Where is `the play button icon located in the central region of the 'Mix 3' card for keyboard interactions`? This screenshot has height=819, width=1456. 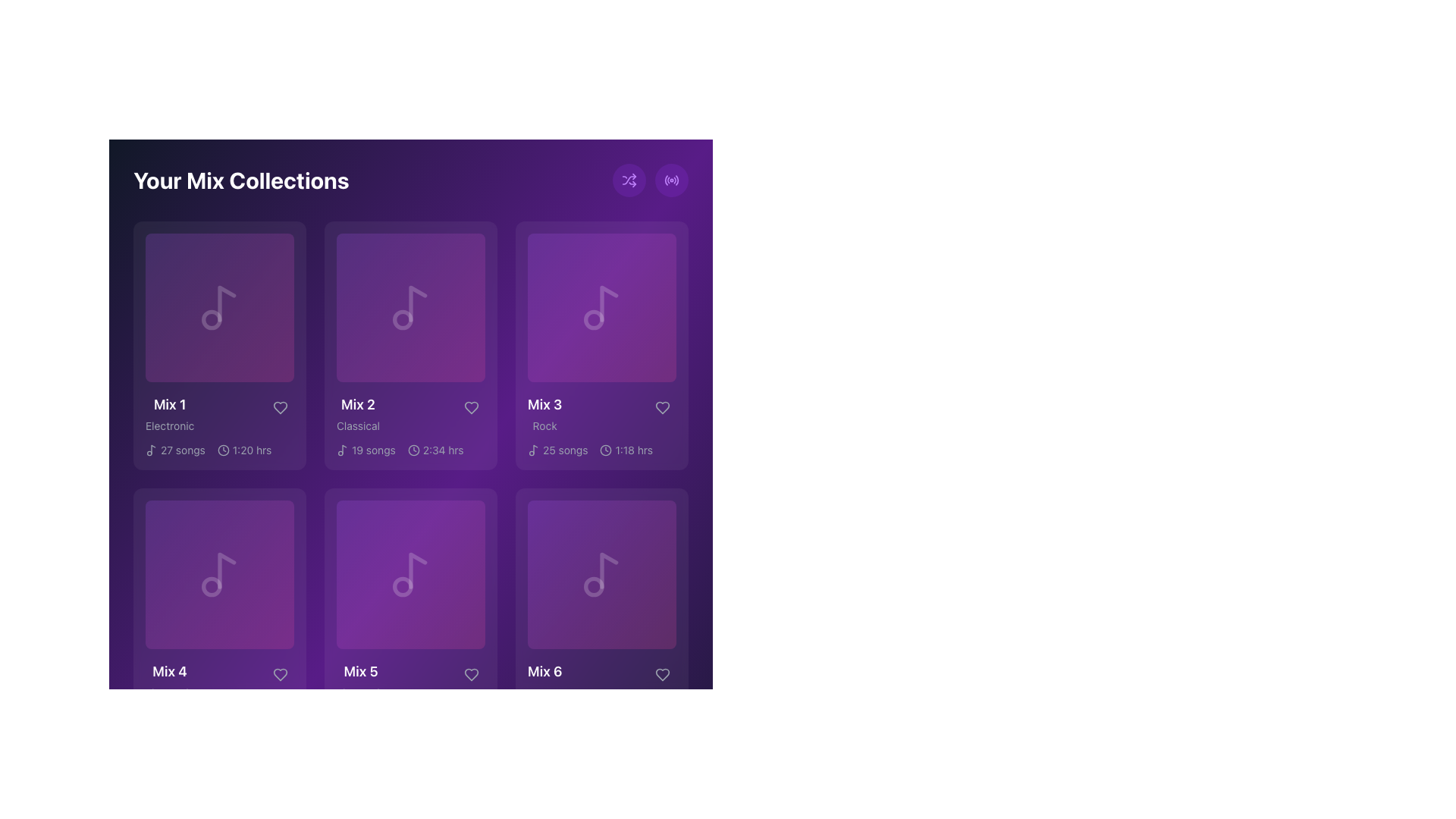 the play button icon located in the central region of the 'Mix 3' card for keyboard interactions is located at coordinates (602, 307).